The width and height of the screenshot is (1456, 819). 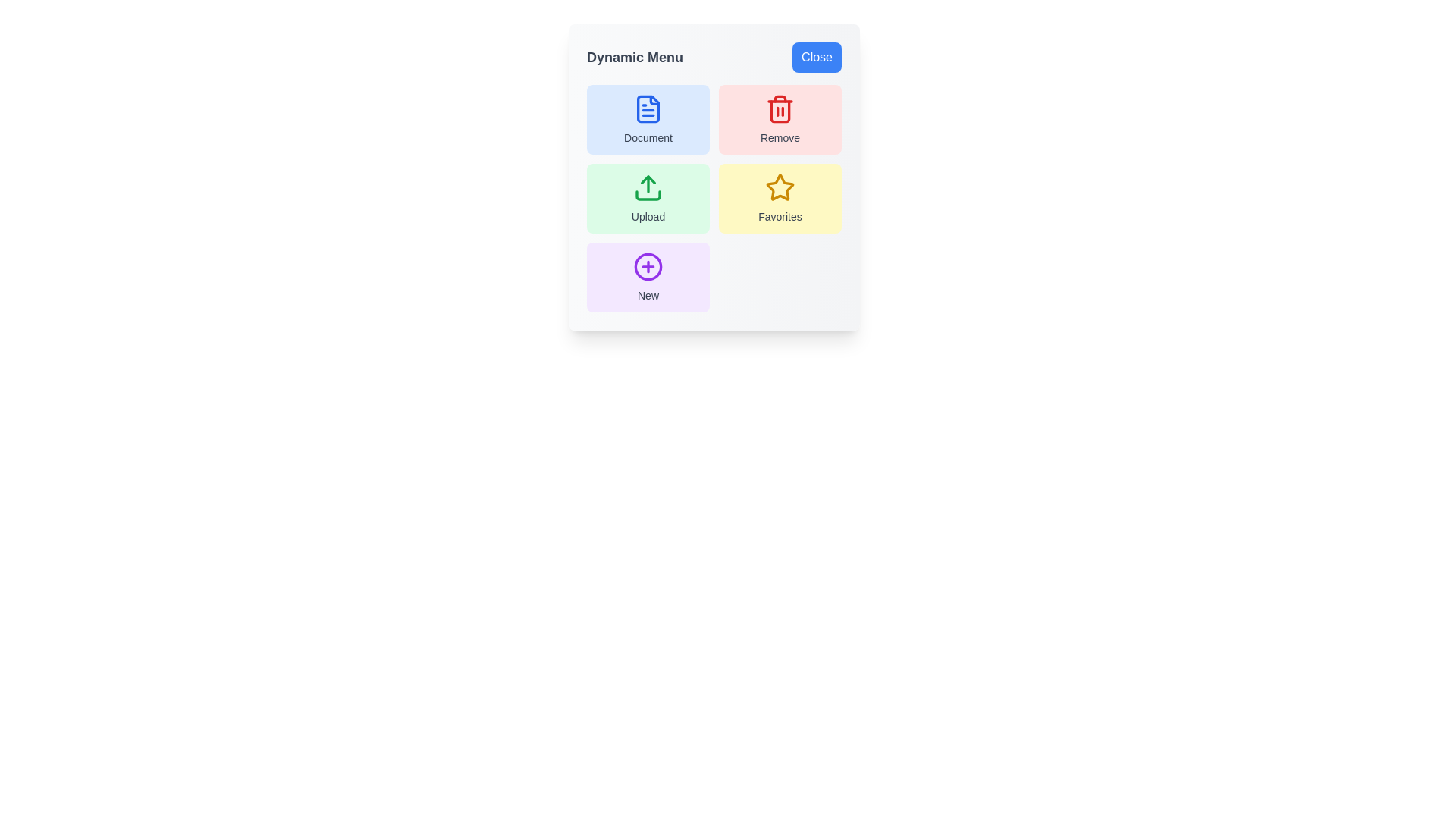 I want to click on text from the label containing the word 'New', which is styled in gray and located below a large purple circular icon with a plus sign, so click(x=648, y=295).